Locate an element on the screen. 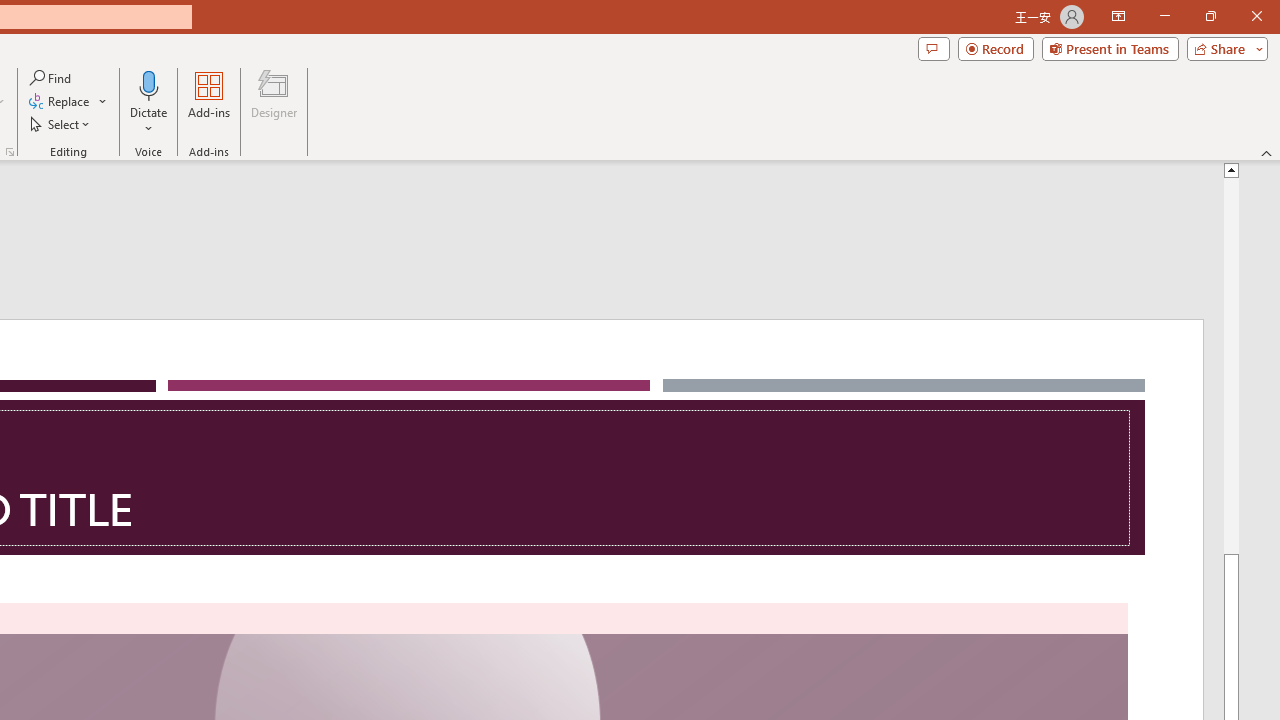  'Close' is located at coordinates (1255, 16).